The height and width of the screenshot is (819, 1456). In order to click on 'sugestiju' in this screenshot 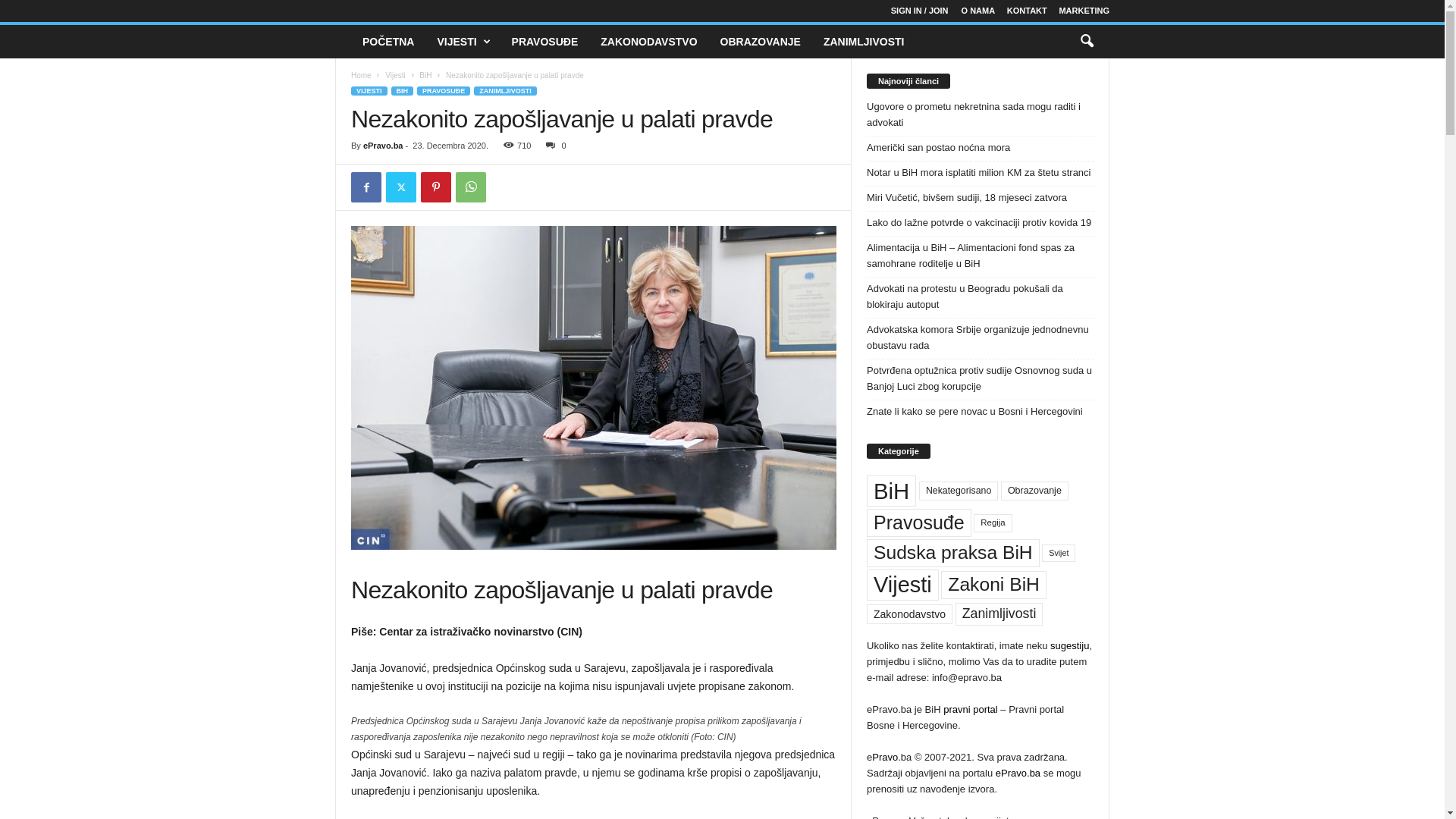, I will do `click(1068, 645)`.